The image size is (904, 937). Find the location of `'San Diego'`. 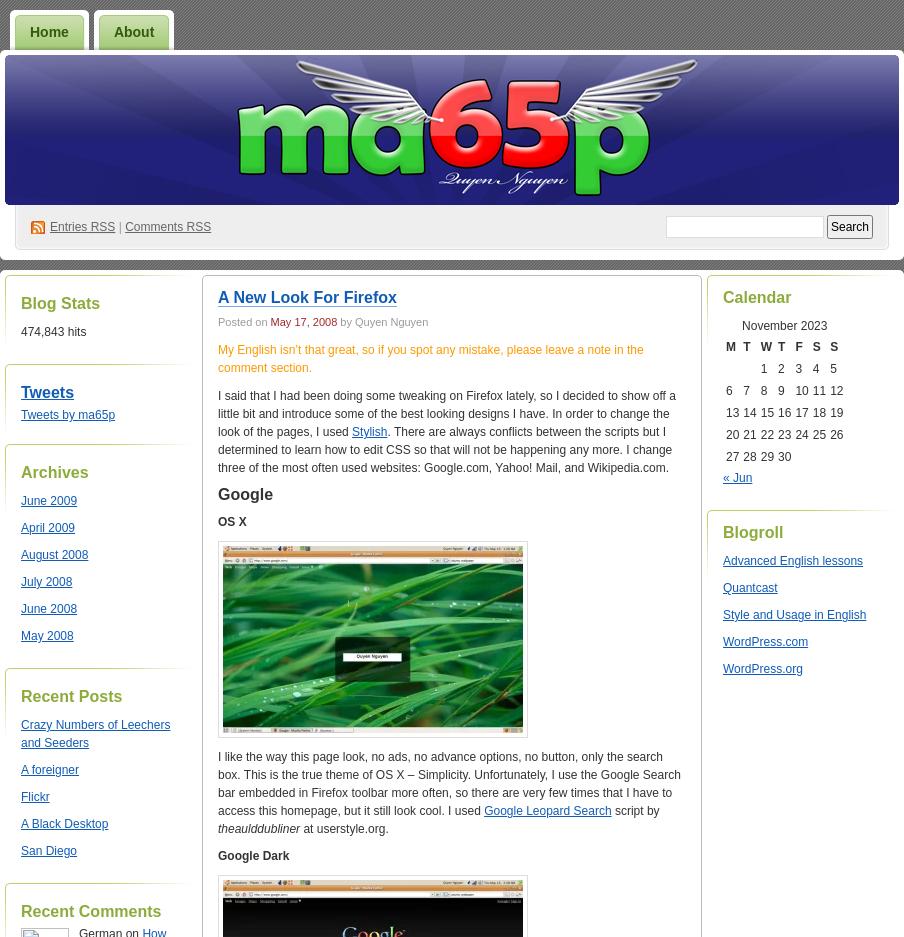

'San Diego' is located at coordinates (47, 850).